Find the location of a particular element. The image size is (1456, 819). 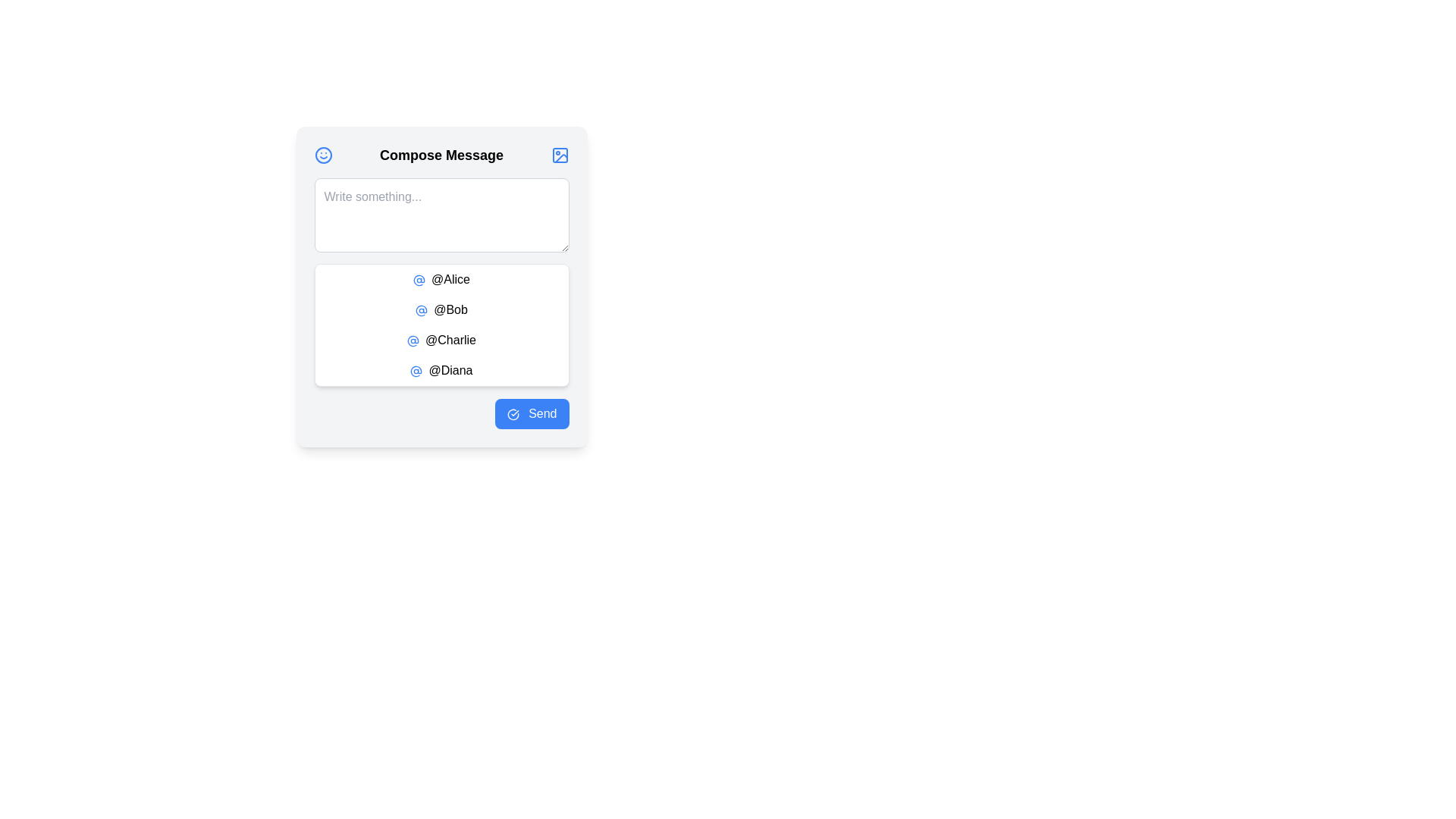

the SVG icon button resembling a photograph in the top-right corner of the 'Compose Message' header to possibly display a tooltip is located at coordinates (559, 155).